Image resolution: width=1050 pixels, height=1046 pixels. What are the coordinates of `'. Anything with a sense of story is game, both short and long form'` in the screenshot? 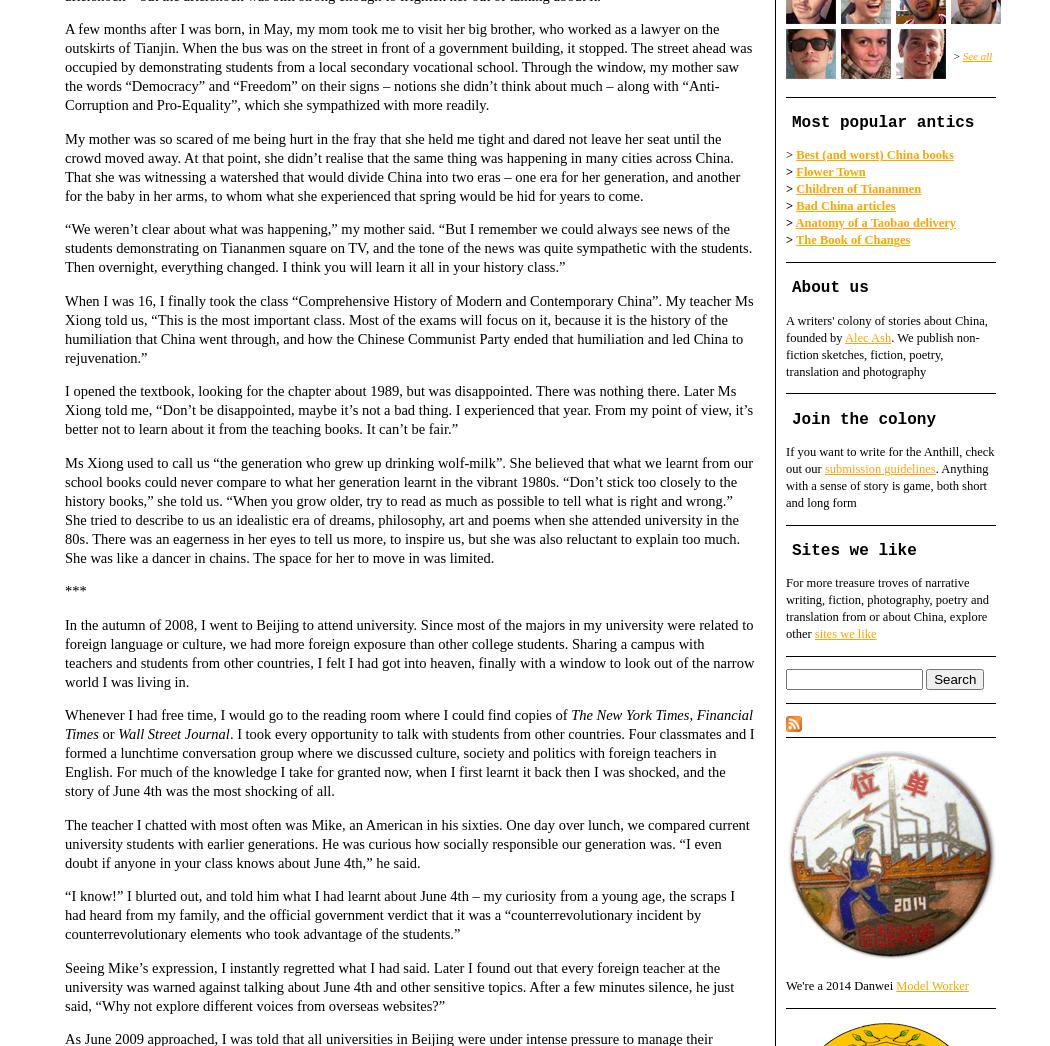 It's located at (886, 485).